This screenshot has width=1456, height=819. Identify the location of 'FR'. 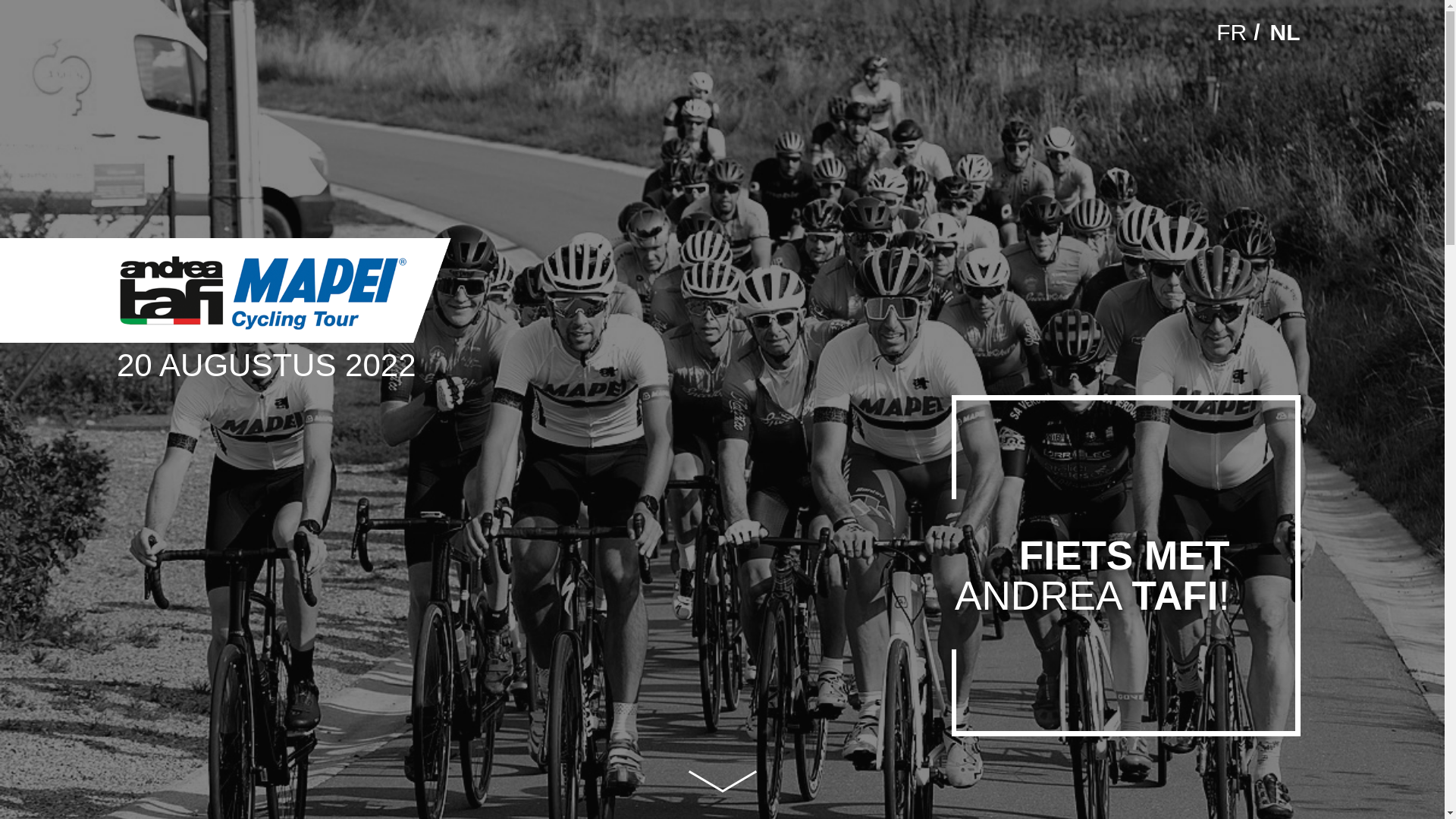
(1231, 32).